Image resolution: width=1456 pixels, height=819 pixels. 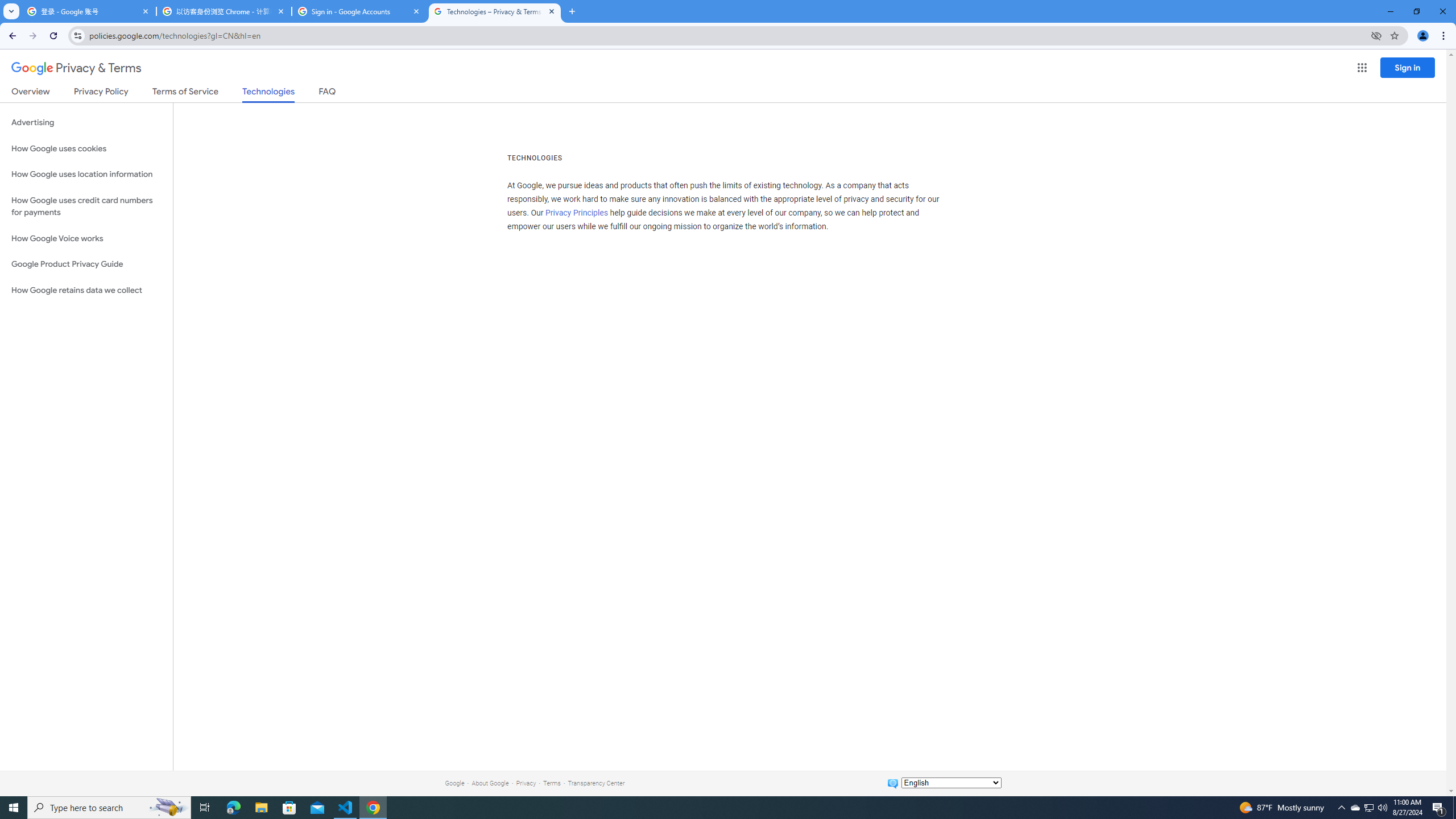 I want to click on 'How Google Voice works', so click(x=86, y=238).